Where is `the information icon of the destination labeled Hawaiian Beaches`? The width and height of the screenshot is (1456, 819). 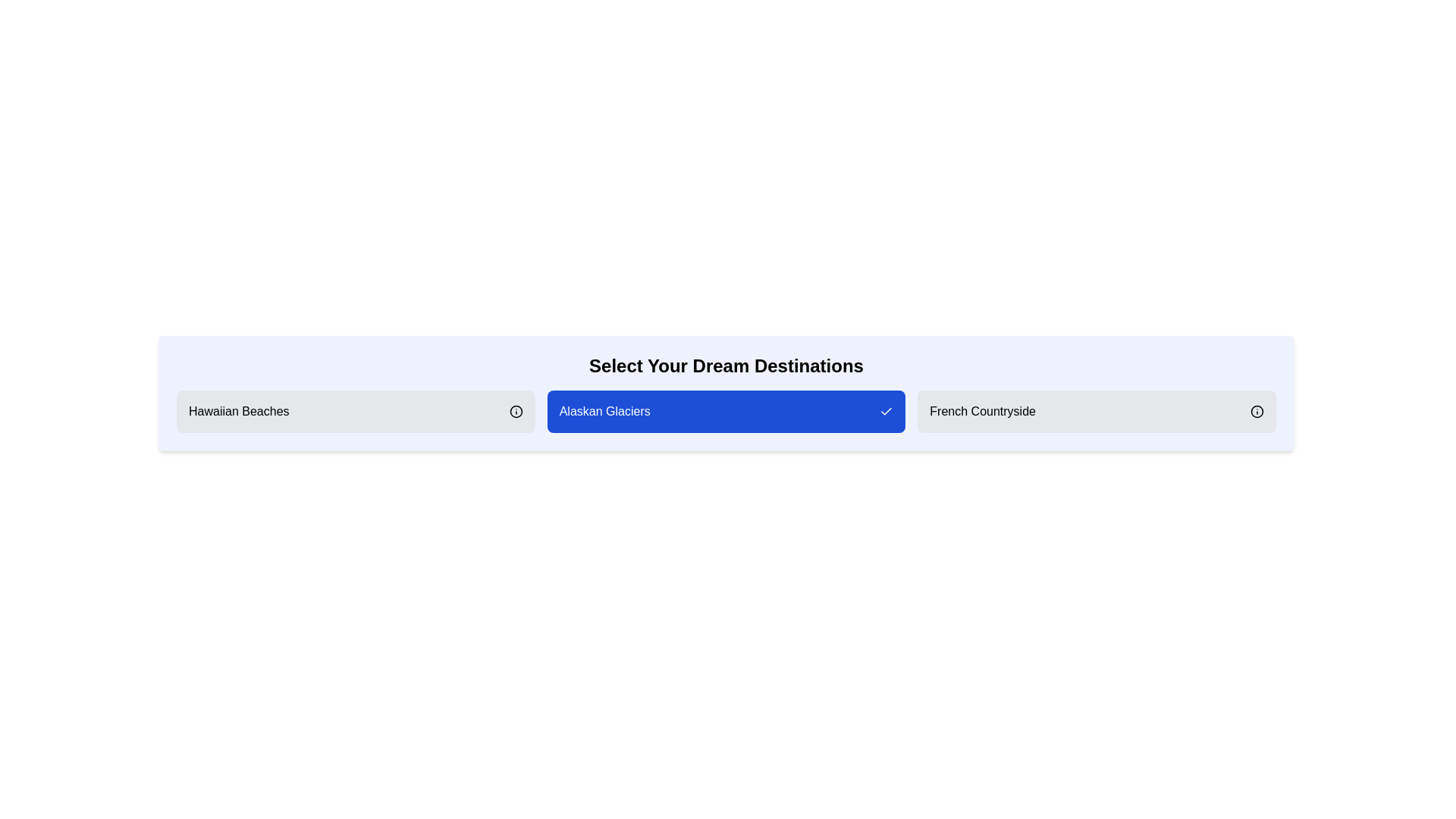
the information icon of the destination labeled Hawaiian Beaches is located at coordinates (516, 412).